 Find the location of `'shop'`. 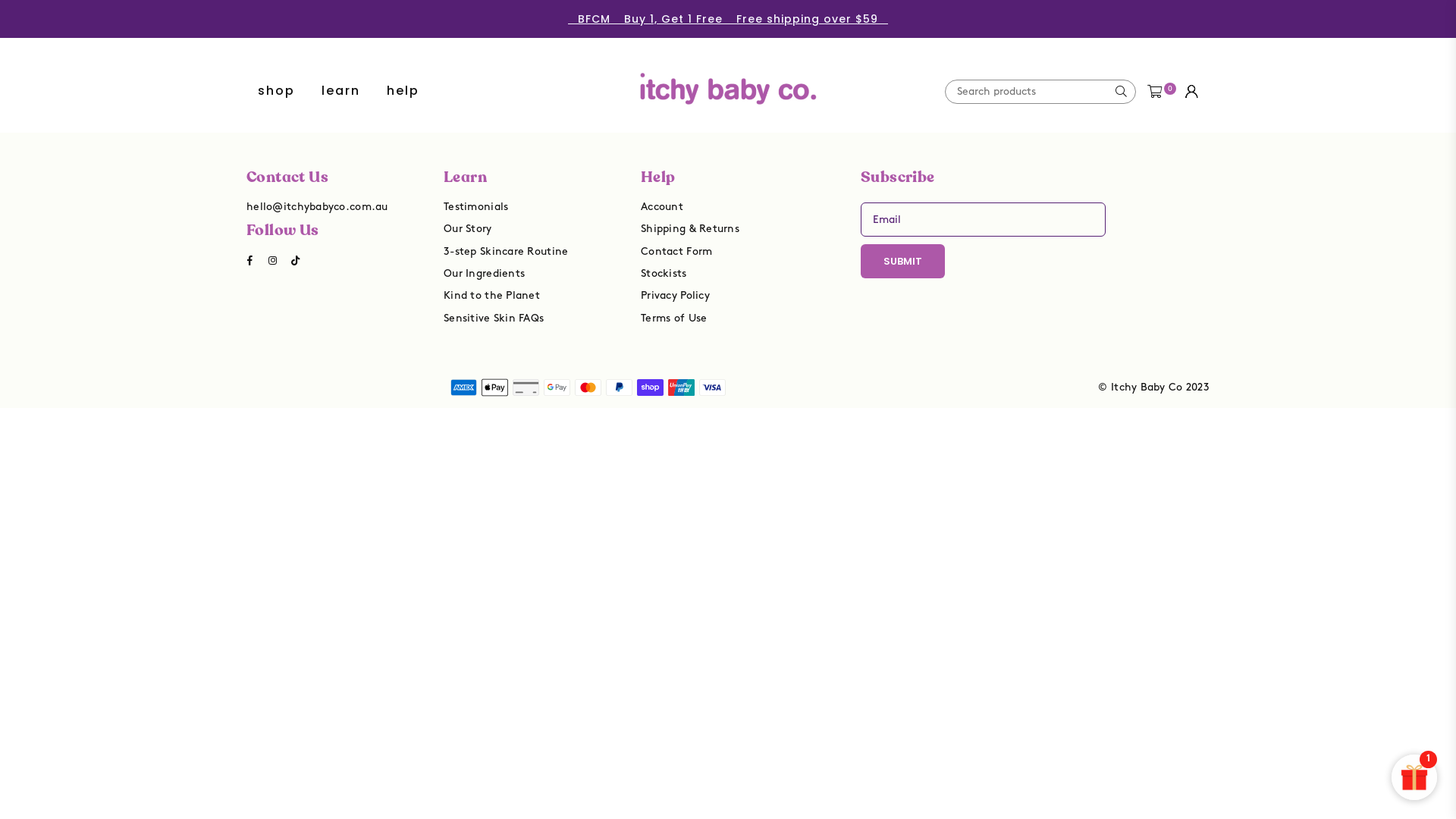

'shop' is located at coordinates (246, 91).